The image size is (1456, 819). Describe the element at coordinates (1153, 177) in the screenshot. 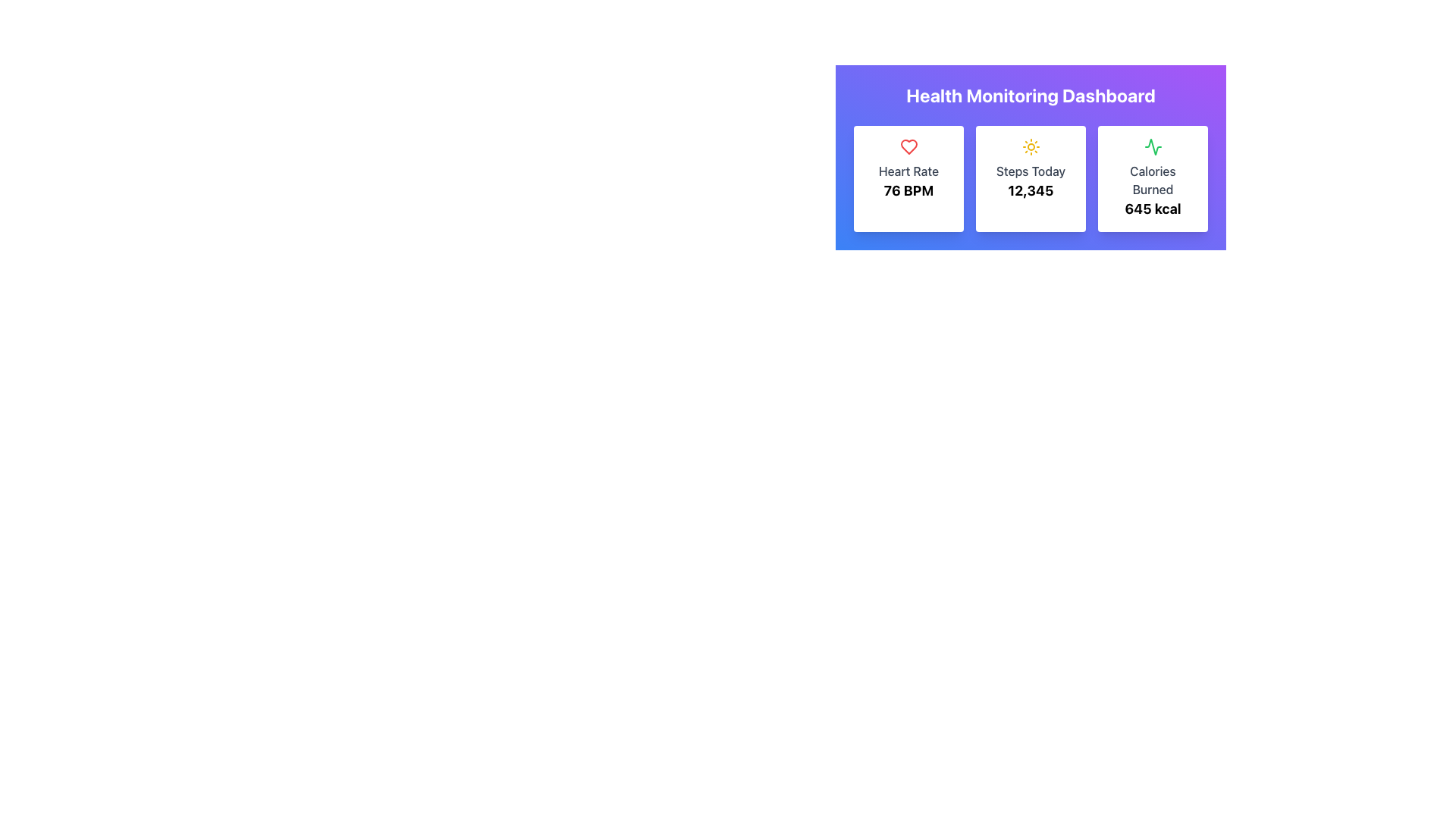

I see `the displayed information on the rightmost Info card that shows the number of calories burned, prominently displayed in bold text` at that location.